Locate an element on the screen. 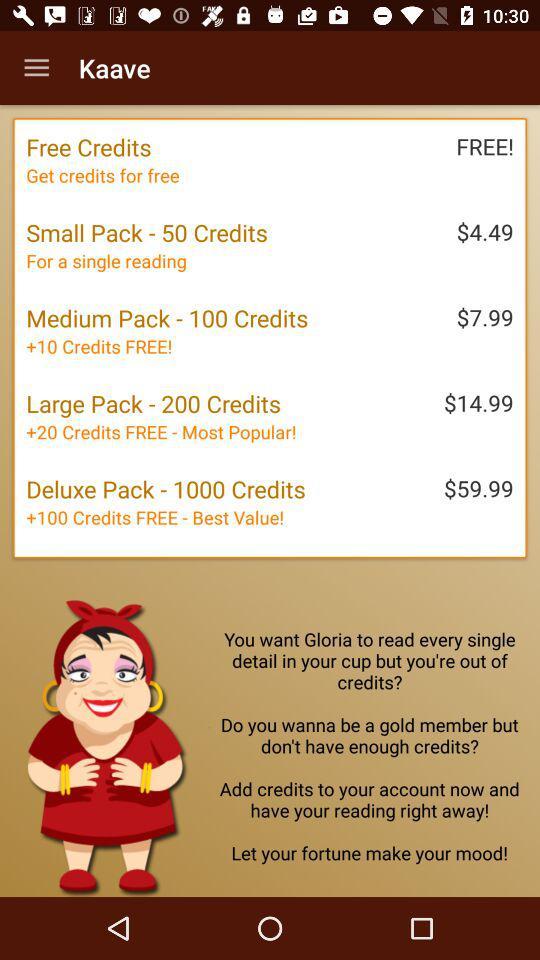 This screenshot has width=540, height=960. app to the left of kaave is located at coordinates (36, 68).